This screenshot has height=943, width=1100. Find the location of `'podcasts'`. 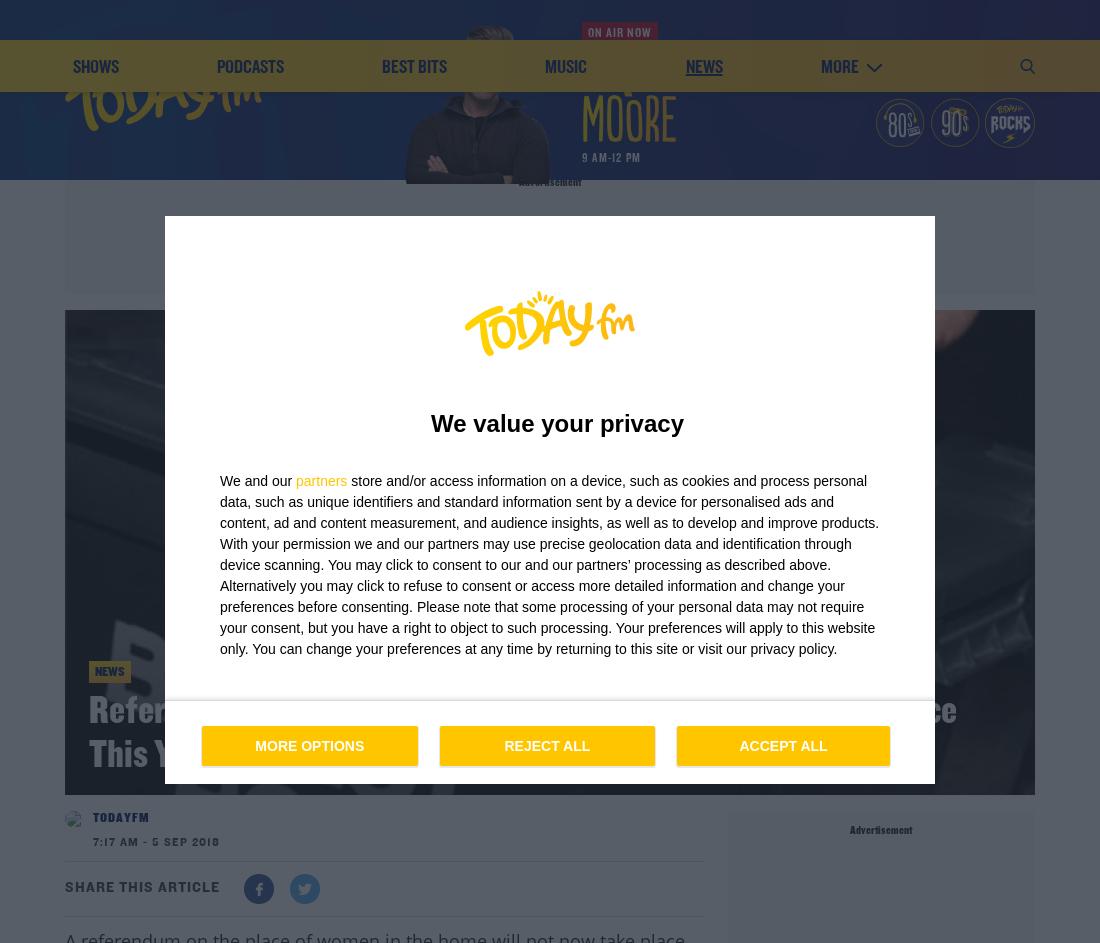

'podcasts' is located at coordinates (250, 207).